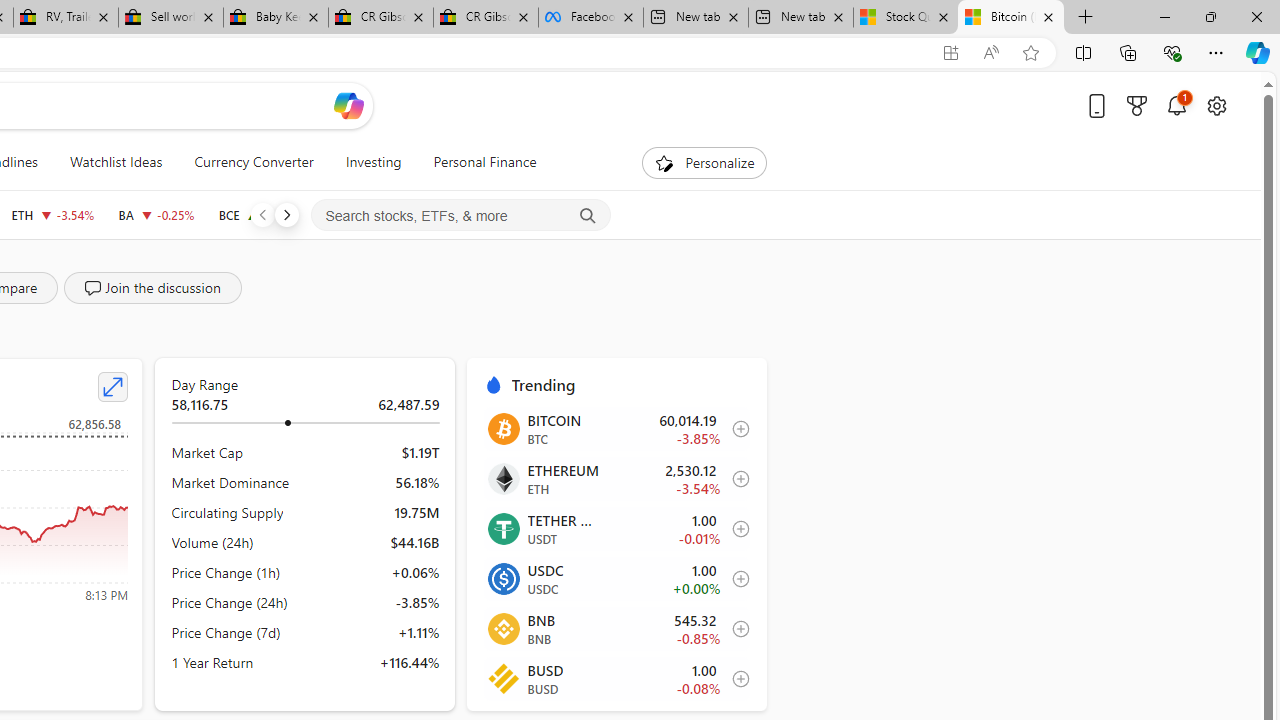  Describe the element at coordinates (734, 677) in the screenshot. I see `'Add to Watchlist'` at that location.